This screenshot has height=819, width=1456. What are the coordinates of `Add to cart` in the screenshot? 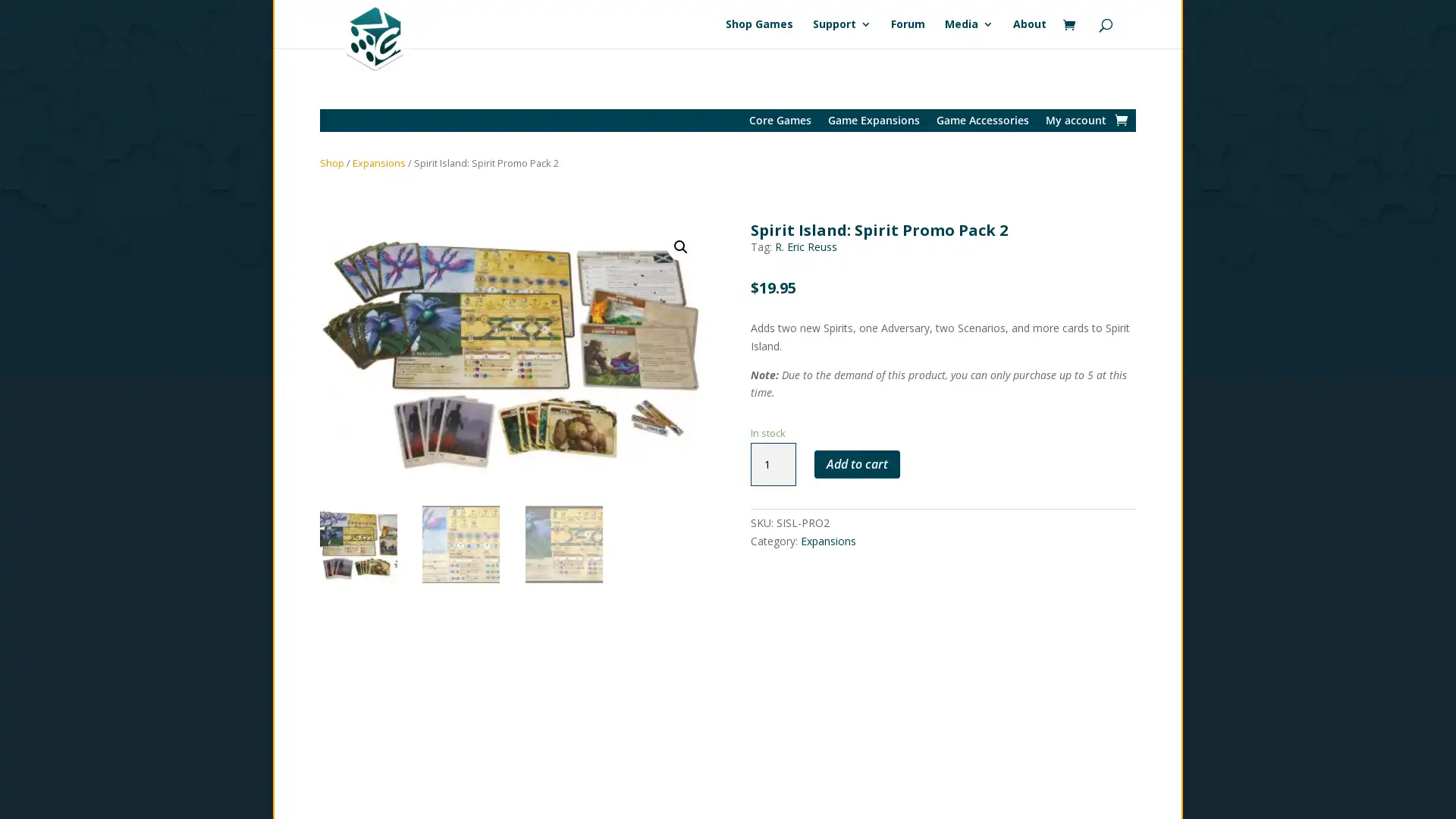 It's located at (856, 463).